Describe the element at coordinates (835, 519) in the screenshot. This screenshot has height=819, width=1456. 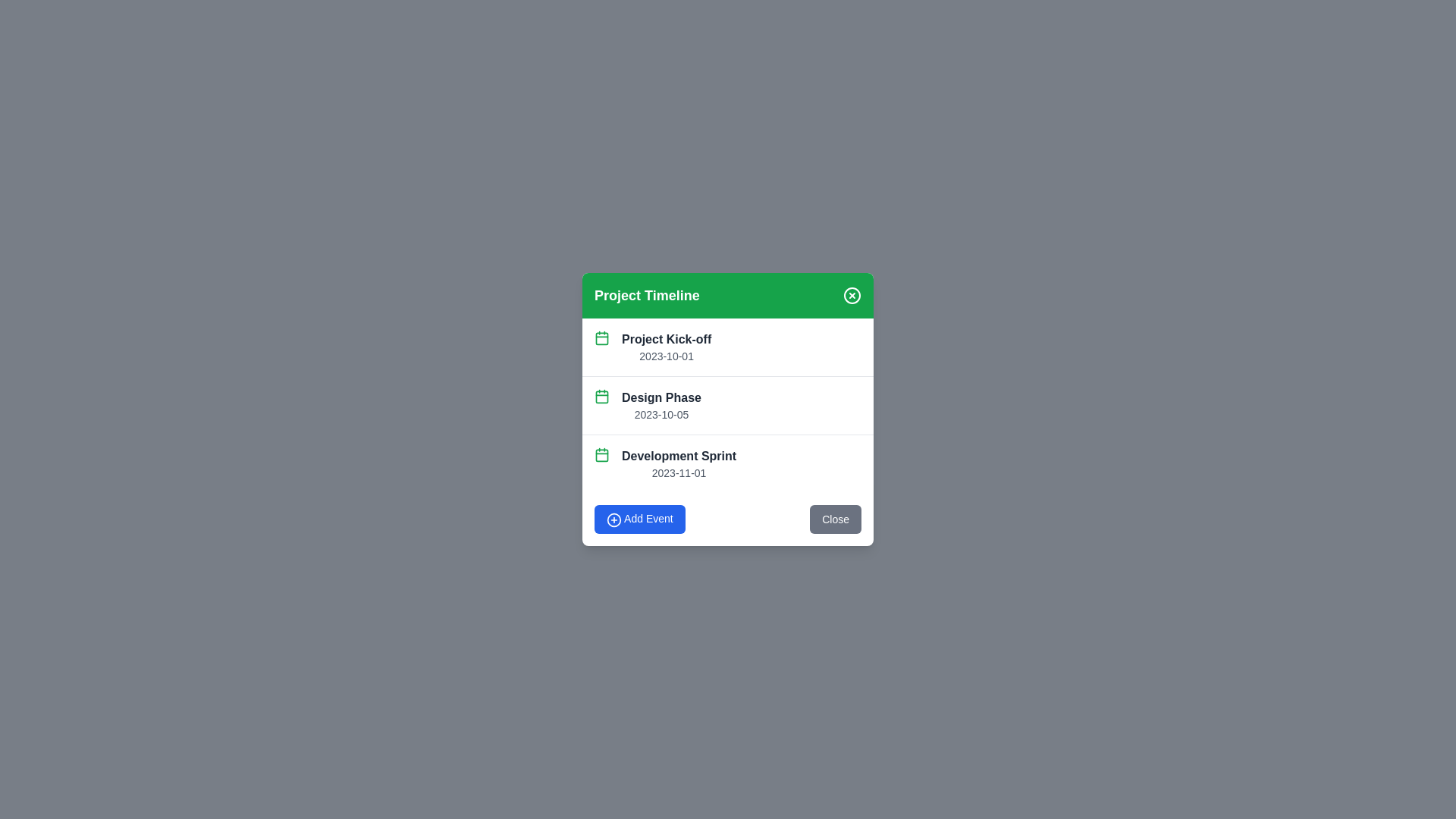
I see `the close button to dismiss the dialog` at that location.